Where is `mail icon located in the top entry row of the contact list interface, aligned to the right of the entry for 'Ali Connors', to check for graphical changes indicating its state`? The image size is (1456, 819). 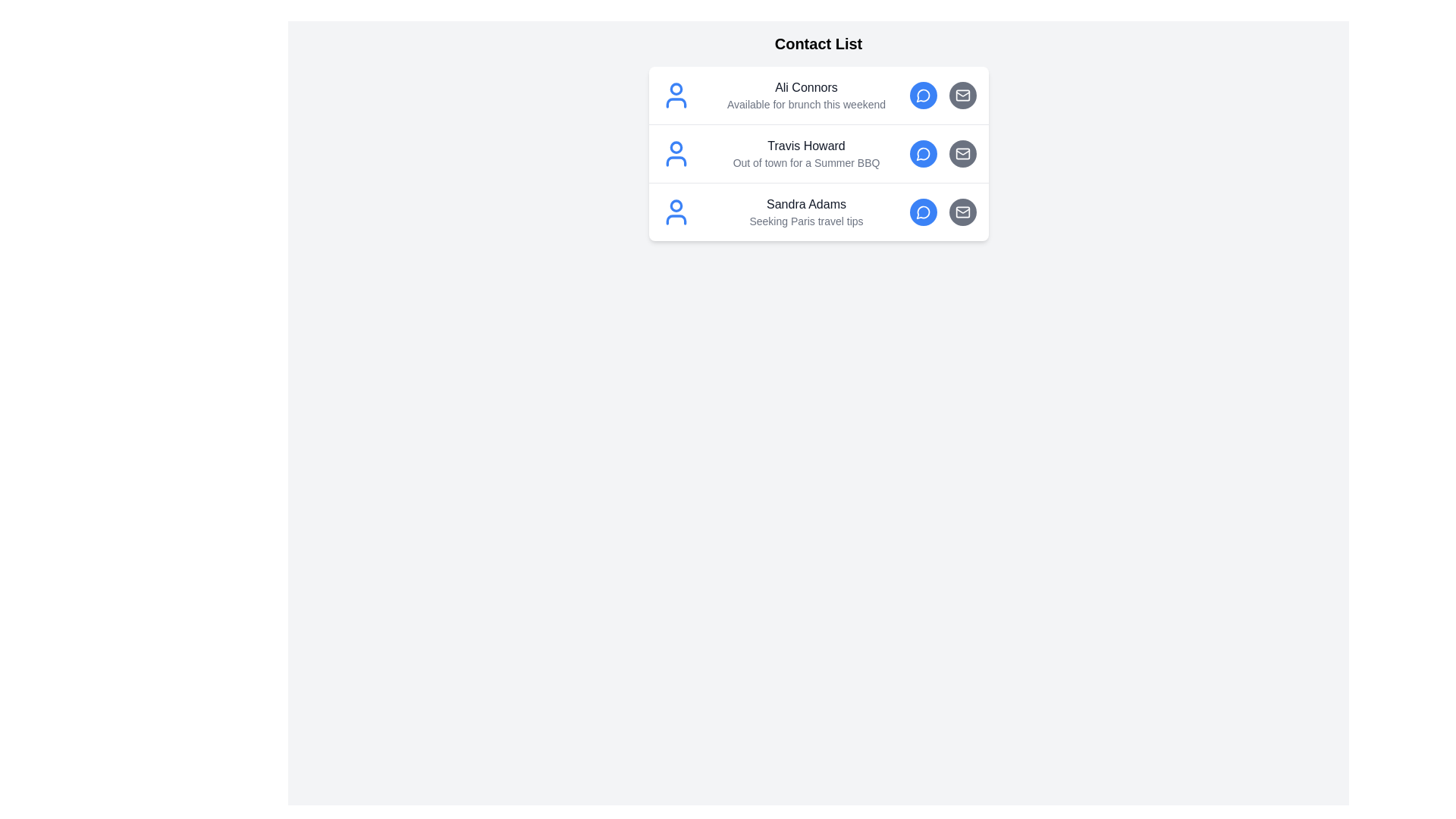
mail icon located in the top entry row of the contact list interface, aligned to the right of the entry for 'Ali Connors', to check for graphical changes indicating its state is located at coordinates (962, 96).